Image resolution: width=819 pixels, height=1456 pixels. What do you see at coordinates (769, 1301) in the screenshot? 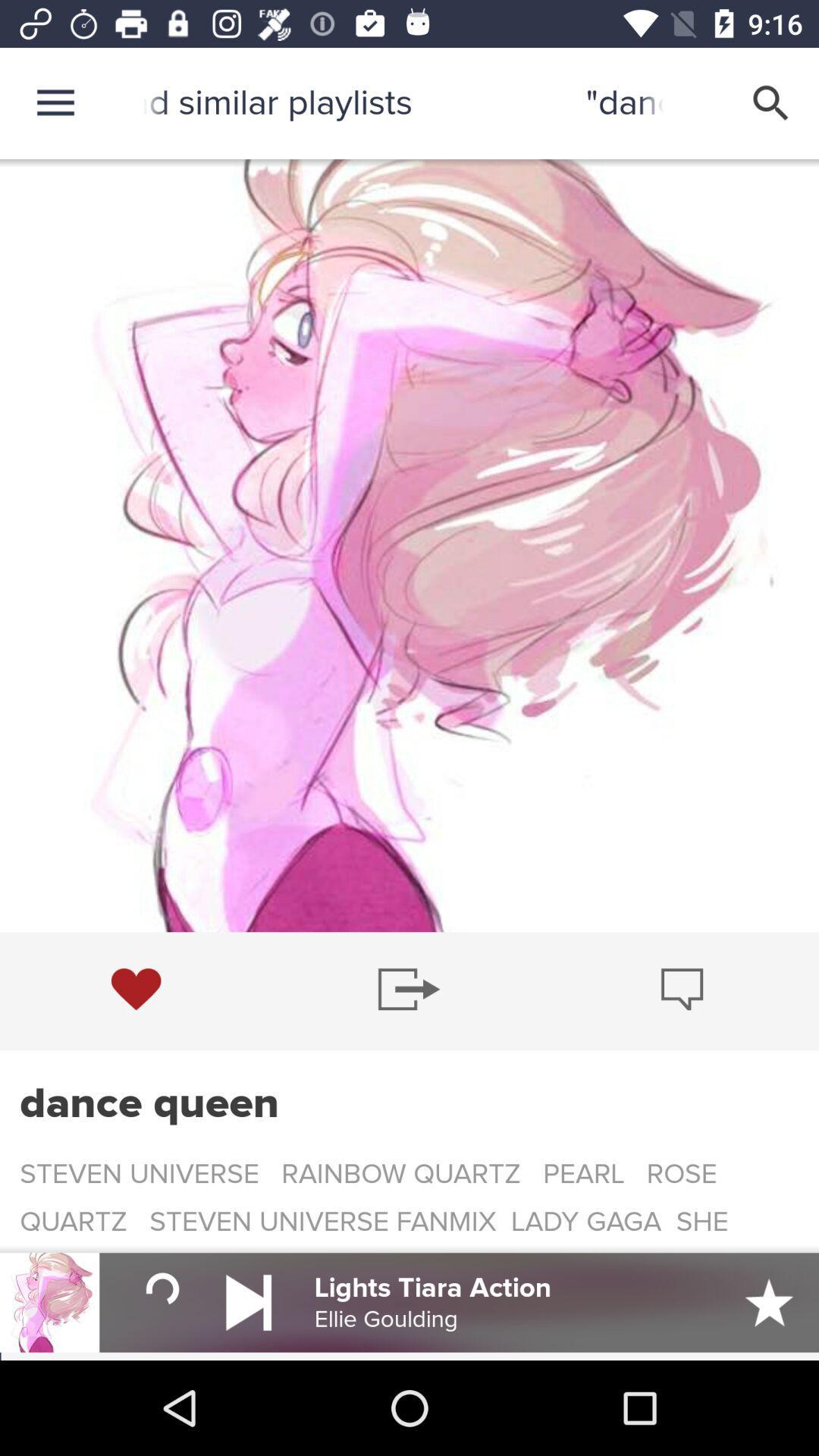
I see `the star icon` at bounding box center [769, 1301].